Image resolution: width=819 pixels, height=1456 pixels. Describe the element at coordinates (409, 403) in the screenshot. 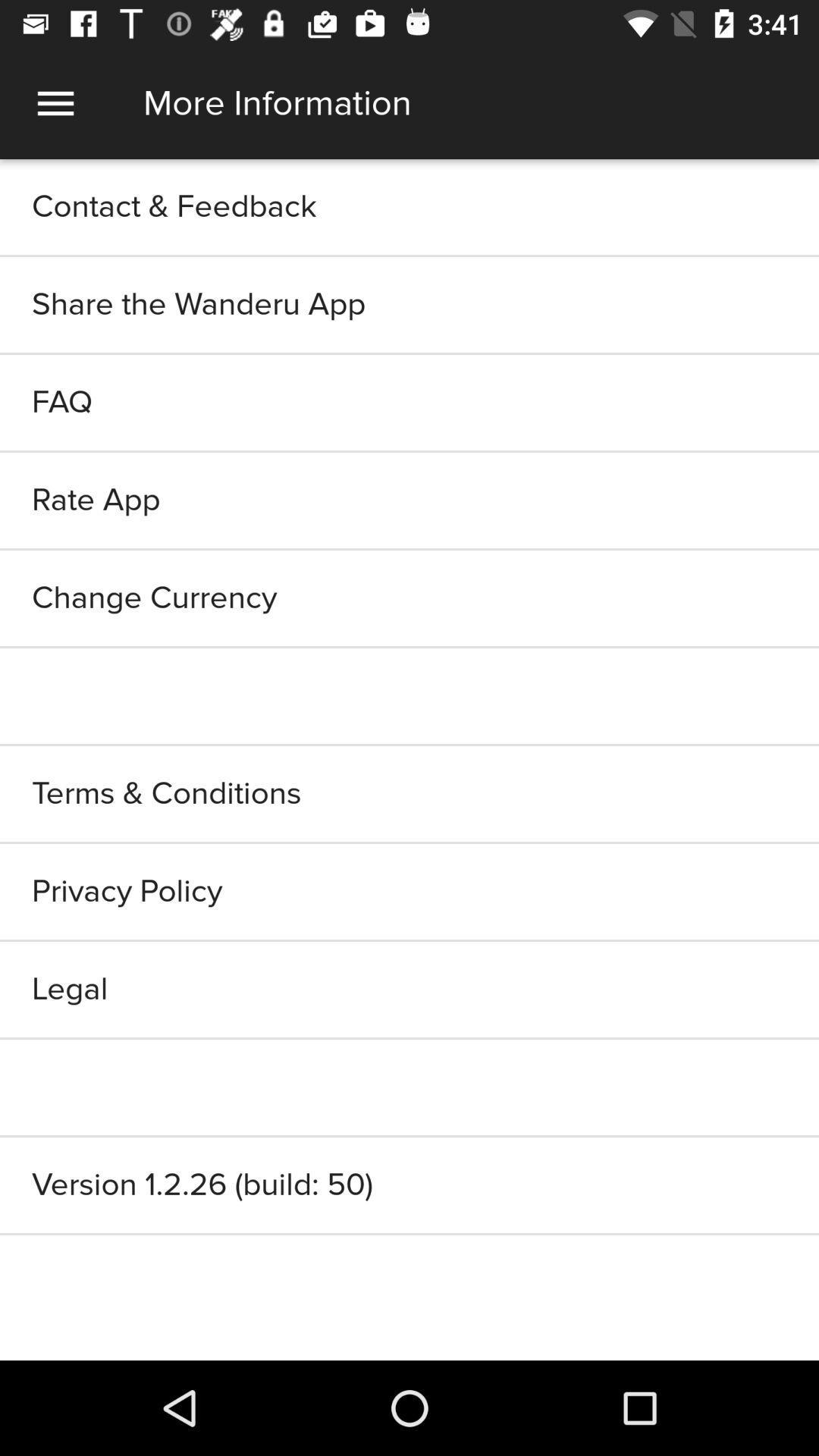

I see `icon below share the wanderu icon` at that location.